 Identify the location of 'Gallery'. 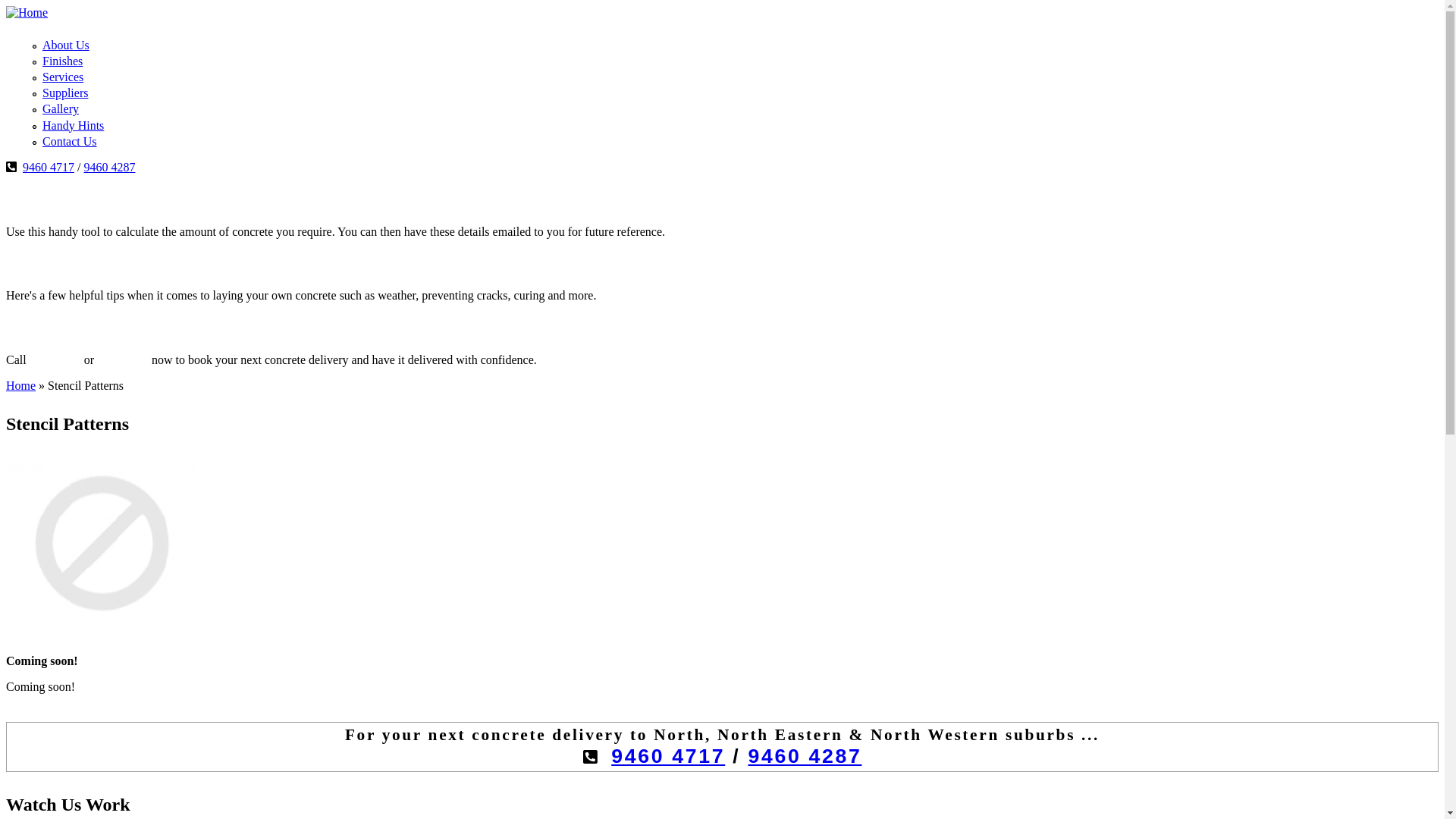
(61, 108).